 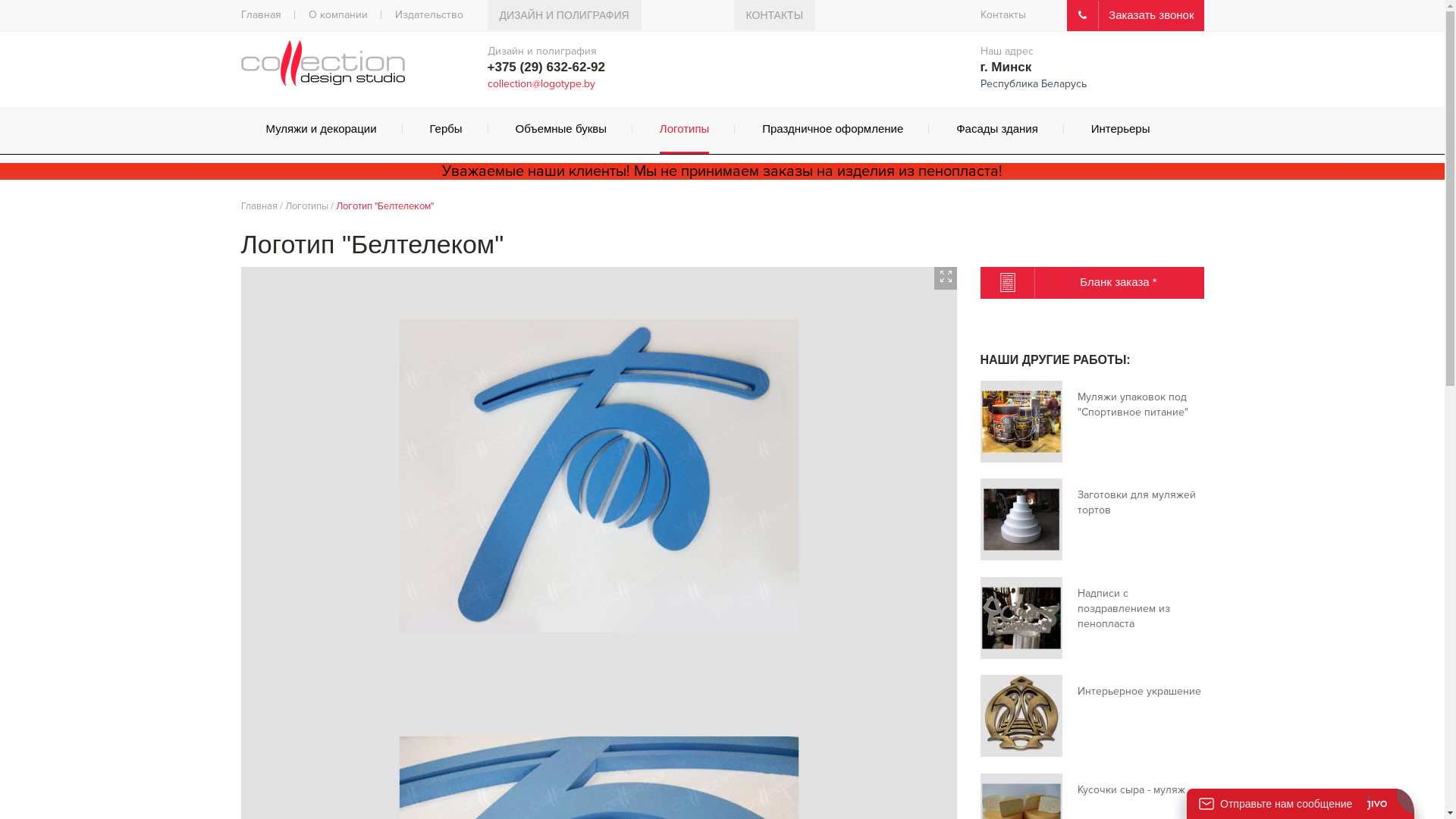 What do you see at coordinates (545, 66) in the screenshot?
I see `'+375 (29) 632-62-92'` at bounding box center [545, 66].